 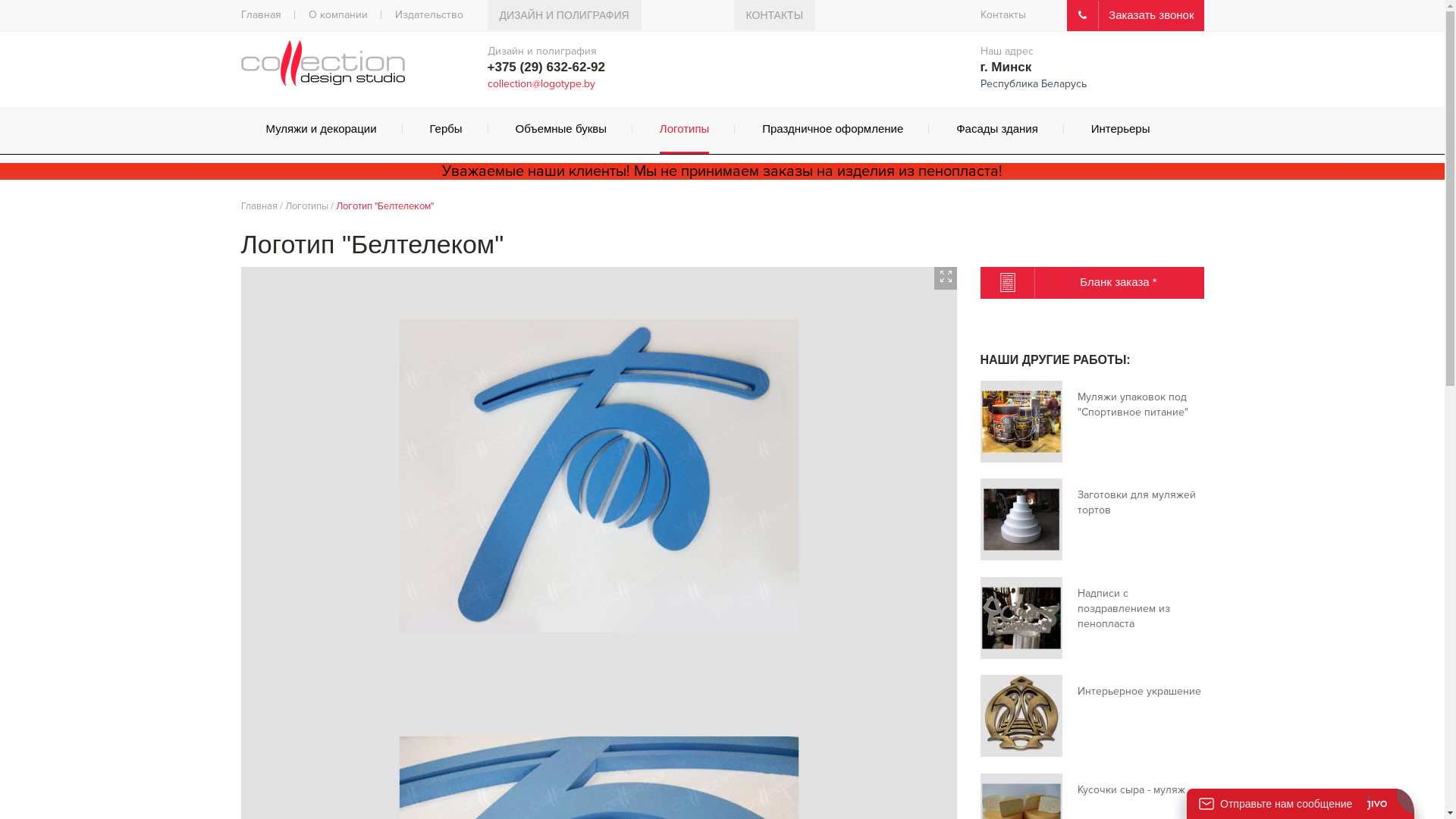 What do you see at coordinates (545, 66) in the screenshot?
I see `'+375 (29) 632-62-92'` at bounding box center [545, 66].